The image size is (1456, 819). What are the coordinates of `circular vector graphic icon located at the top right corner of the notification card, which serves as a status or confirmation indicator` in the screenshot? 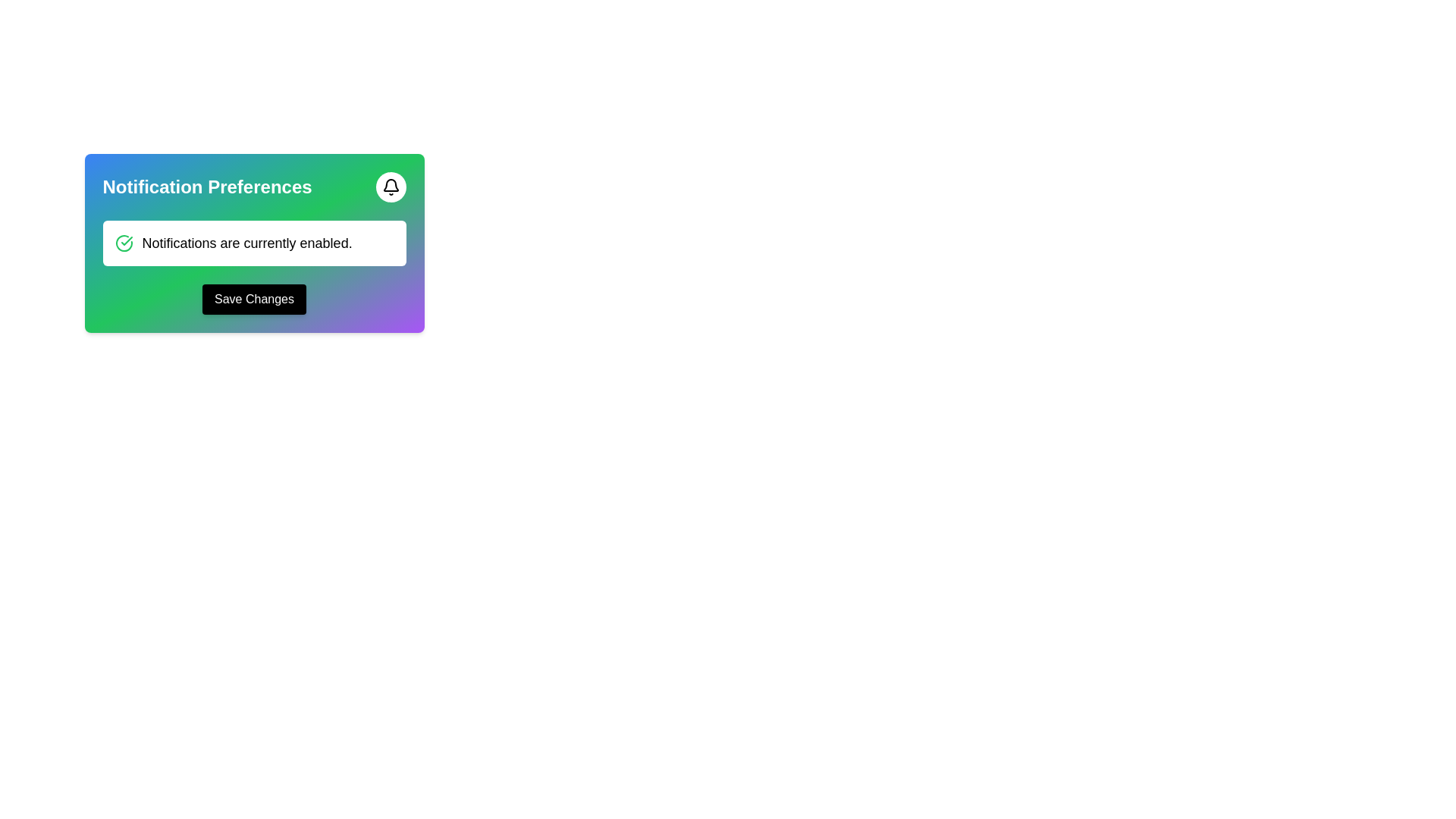 It's located at (124, 242).